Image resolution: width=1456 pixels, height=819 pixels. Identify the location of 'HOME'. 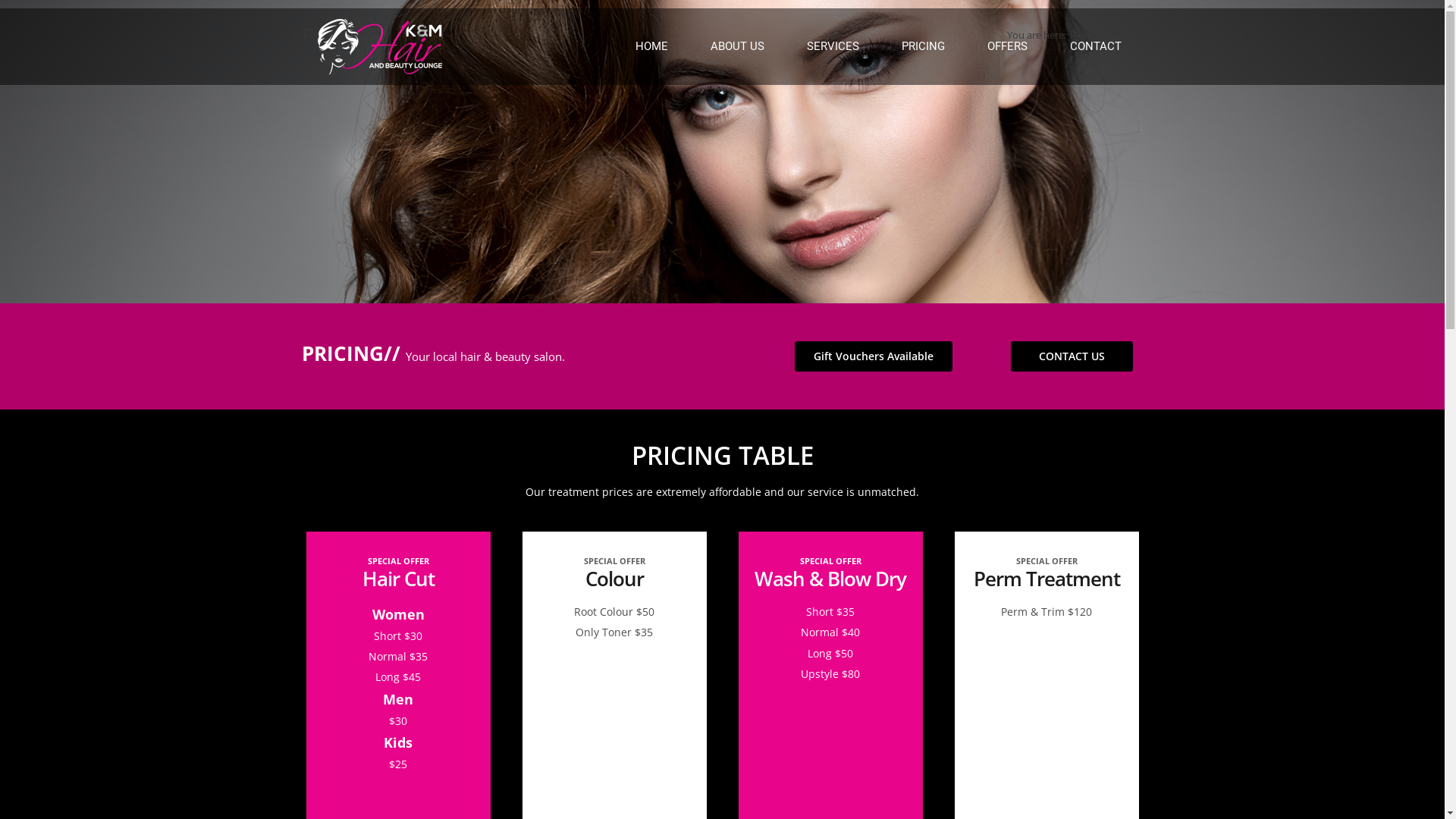
(635, 45).